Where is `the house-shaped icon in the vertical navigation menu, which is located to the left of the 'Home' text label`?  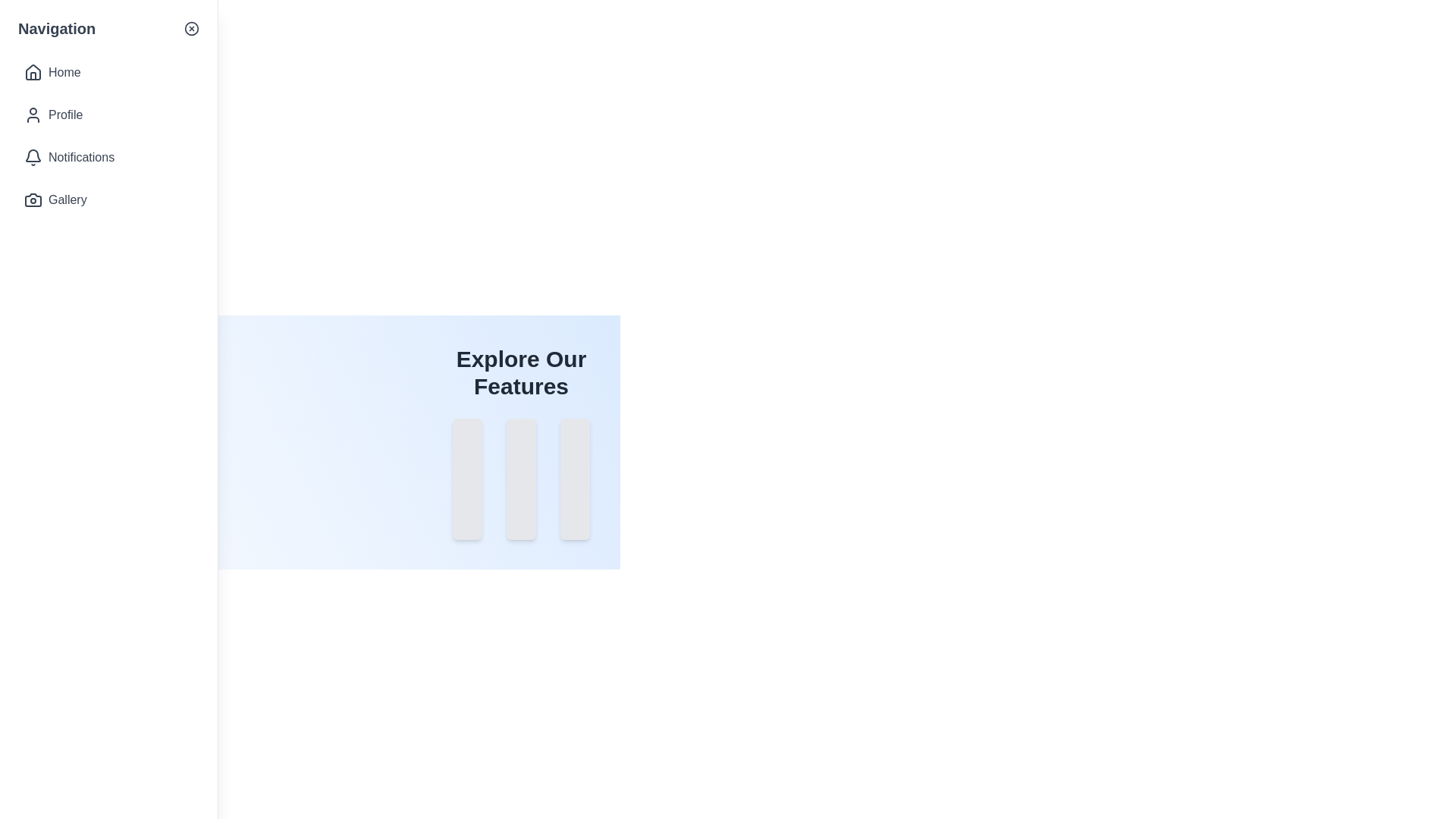
the house-shaped icon in the vertical navigation menu, which is located to the left of the 'Home' text label is located at coordinates (33, 73).